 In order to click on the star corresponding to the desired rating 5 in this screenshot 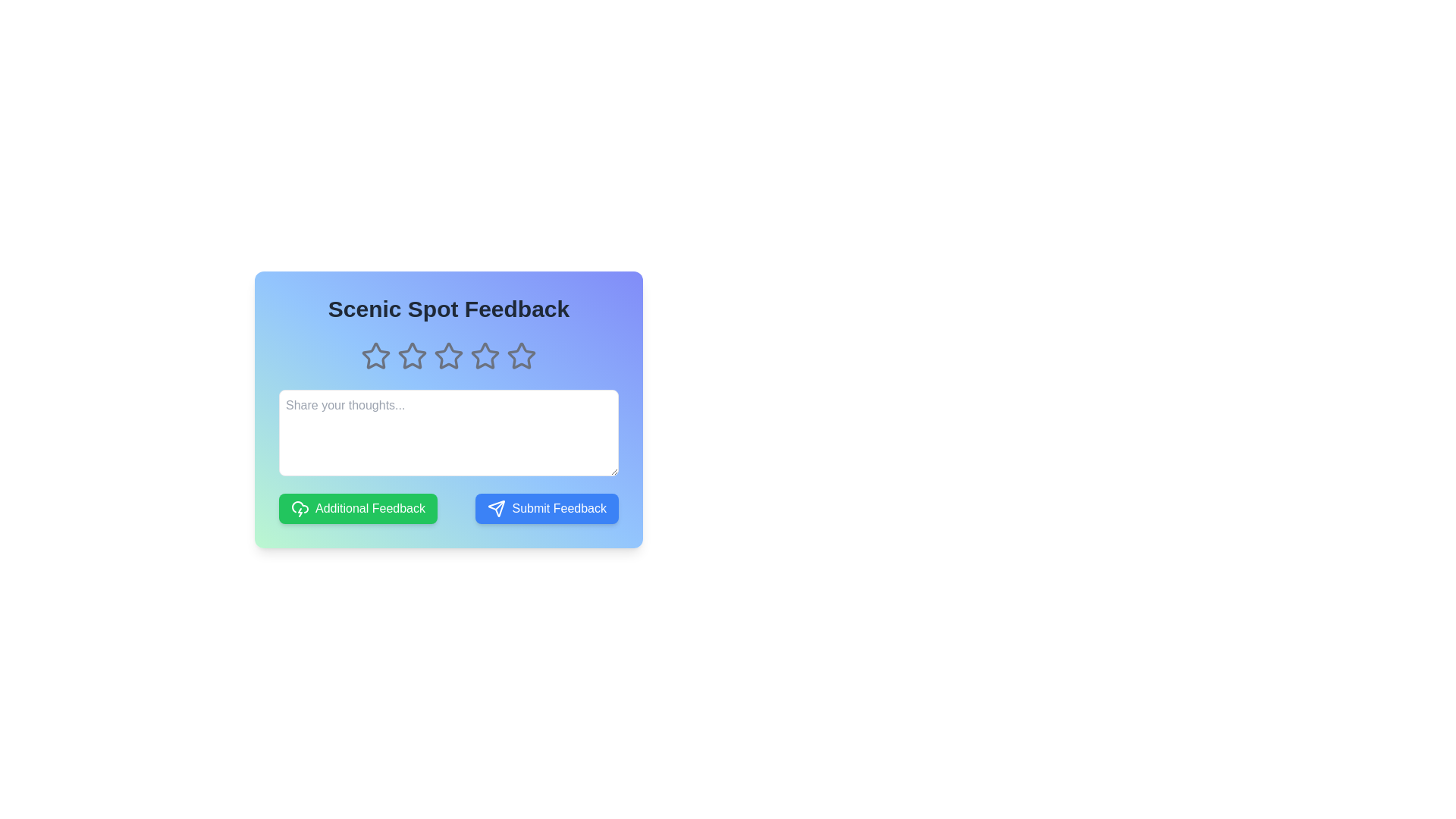, I will do `click(521, 356)`.